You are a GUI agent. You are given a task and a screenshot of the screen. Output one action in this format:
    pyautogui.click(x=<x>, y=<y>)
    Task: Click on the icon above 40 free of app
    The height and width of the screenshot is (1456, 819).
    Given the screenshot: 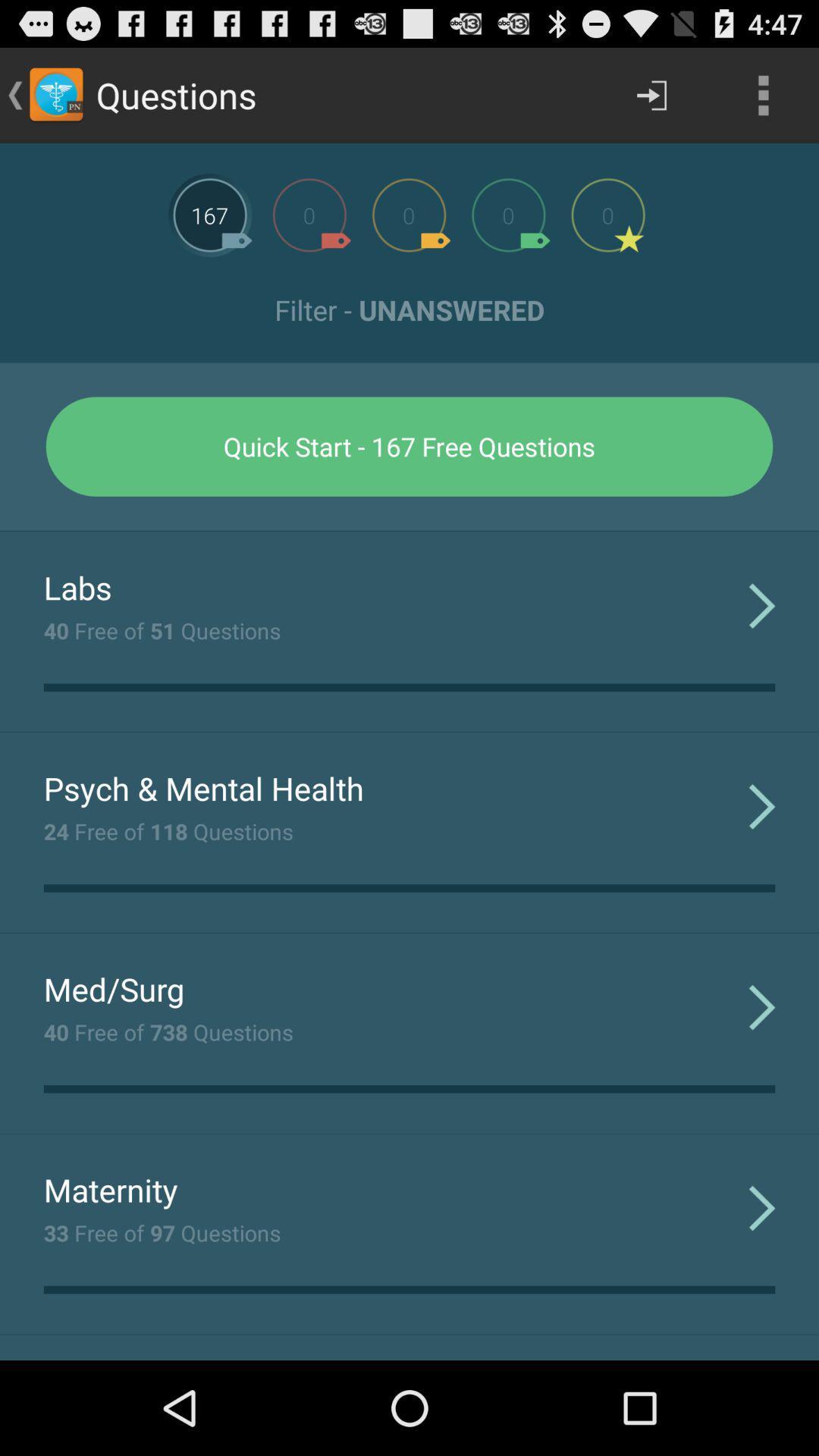 What is the action you would take?
    pyautogui.click(x=77, y=586)
    